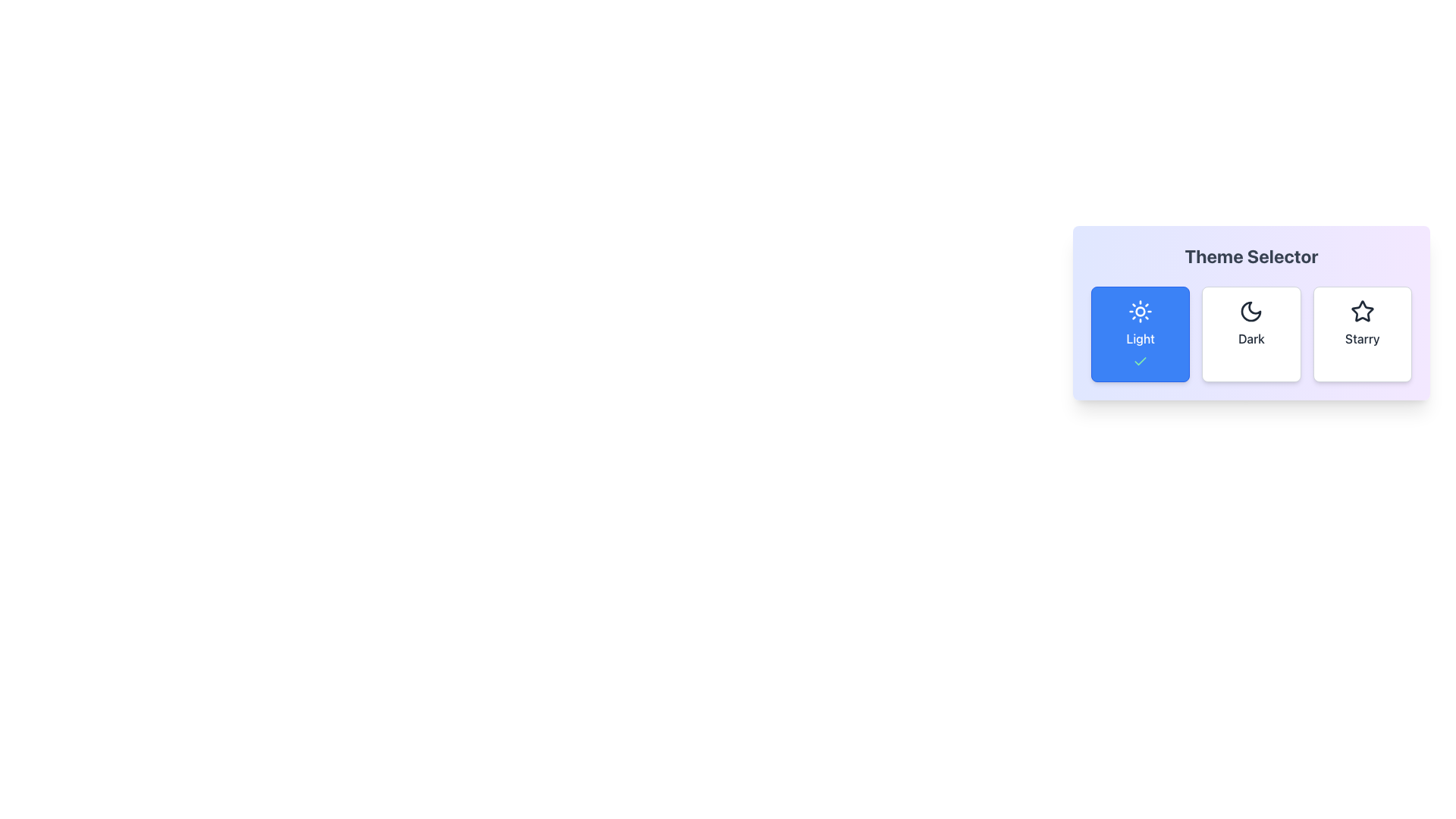 This screenshot has width=1456, height=819. What do you see at coordinates (1362, 338) in the screenshot?
I see `the text label displaying 'Starry', which is styled with a medium font weight and is located under a star icon within the rightmost card of the theme selector` at bounding box center [1362, 338].